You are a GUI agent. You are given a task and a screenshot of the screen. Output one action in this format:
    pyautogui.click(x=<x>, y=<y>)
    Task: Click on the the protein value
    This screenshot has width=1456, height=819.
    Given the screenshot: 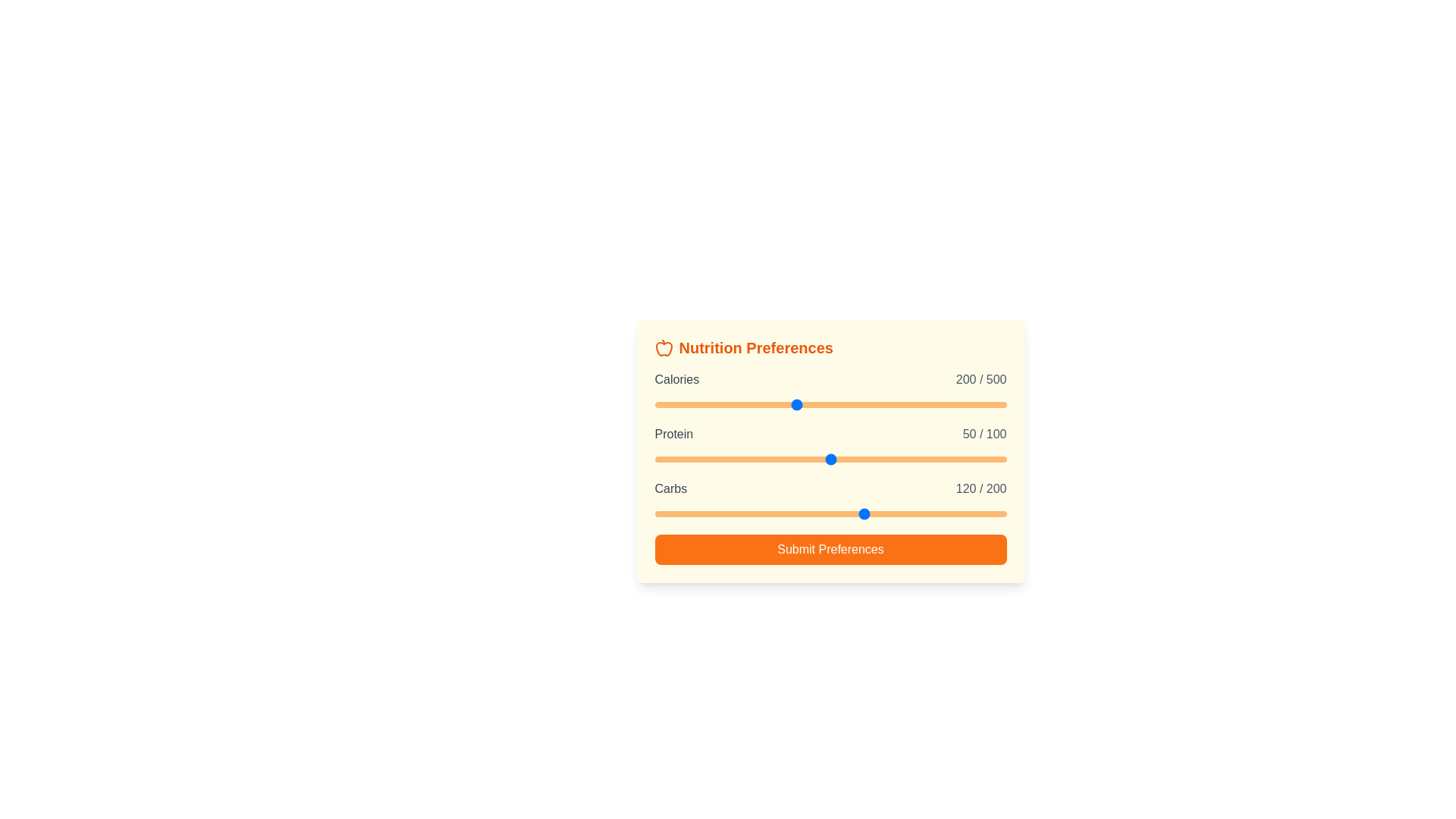 What is the action you would take?
    pyautogui.click(x=1003, y=458)
    